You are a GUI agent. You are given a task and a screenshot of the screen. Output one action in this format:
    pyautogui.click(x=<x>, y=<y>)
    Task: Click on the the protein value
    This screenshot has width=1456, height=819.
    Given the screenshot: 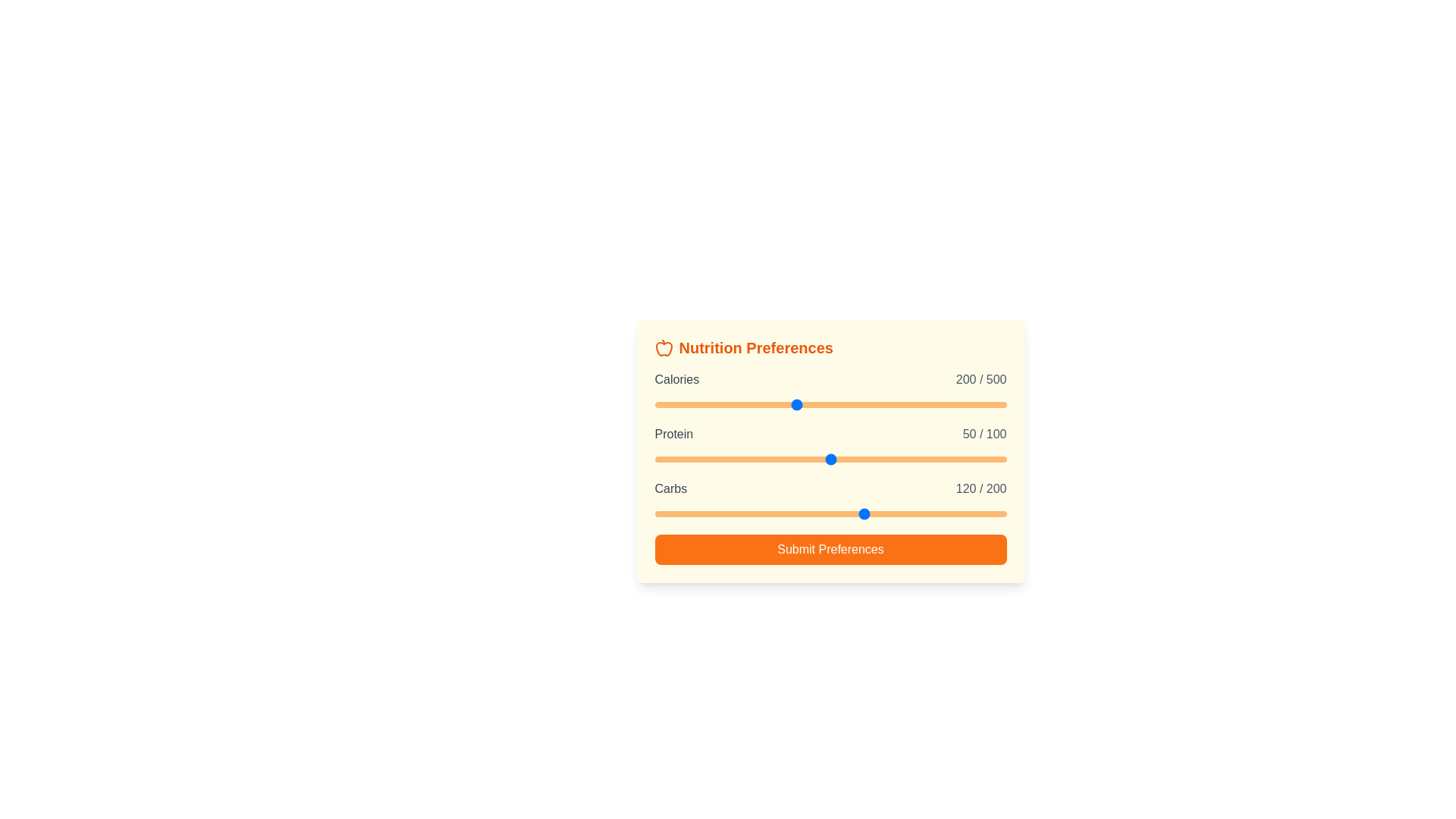 What is the action you would take?
    pyautogui.click(x=1003, y=458)
    